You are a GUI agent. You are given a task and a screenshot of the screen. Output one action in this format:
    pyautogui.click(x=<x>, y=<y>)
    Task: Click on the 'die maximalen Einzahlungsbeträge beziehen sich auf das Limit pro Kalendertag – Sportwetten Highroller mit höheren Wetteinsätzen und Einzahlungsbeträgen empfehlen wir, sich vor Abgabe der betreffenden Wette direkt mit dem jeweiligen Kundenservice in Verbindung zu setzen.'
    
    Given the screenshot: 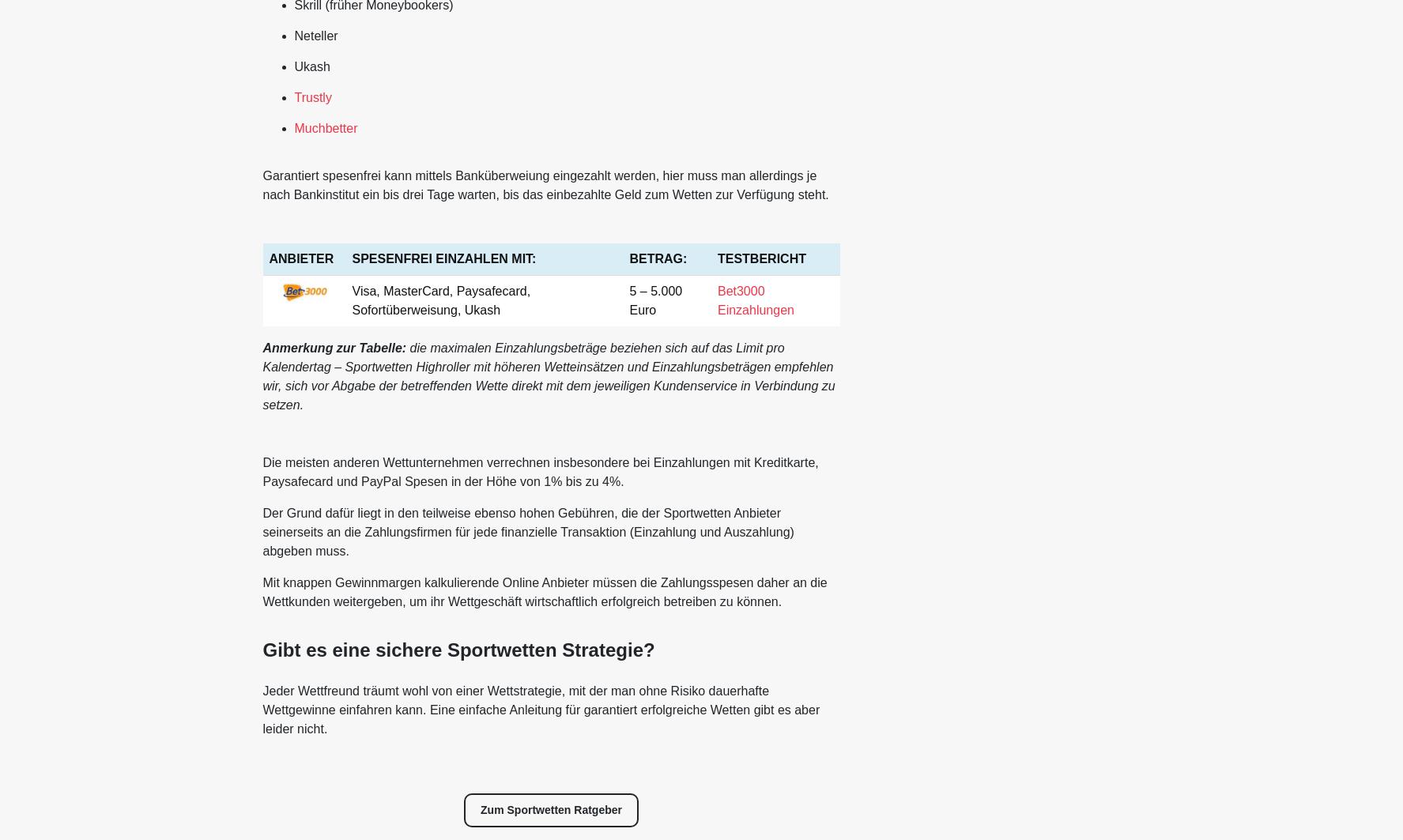 What is the action you would take?
    pyautogui.click(x=548, y=375)
    